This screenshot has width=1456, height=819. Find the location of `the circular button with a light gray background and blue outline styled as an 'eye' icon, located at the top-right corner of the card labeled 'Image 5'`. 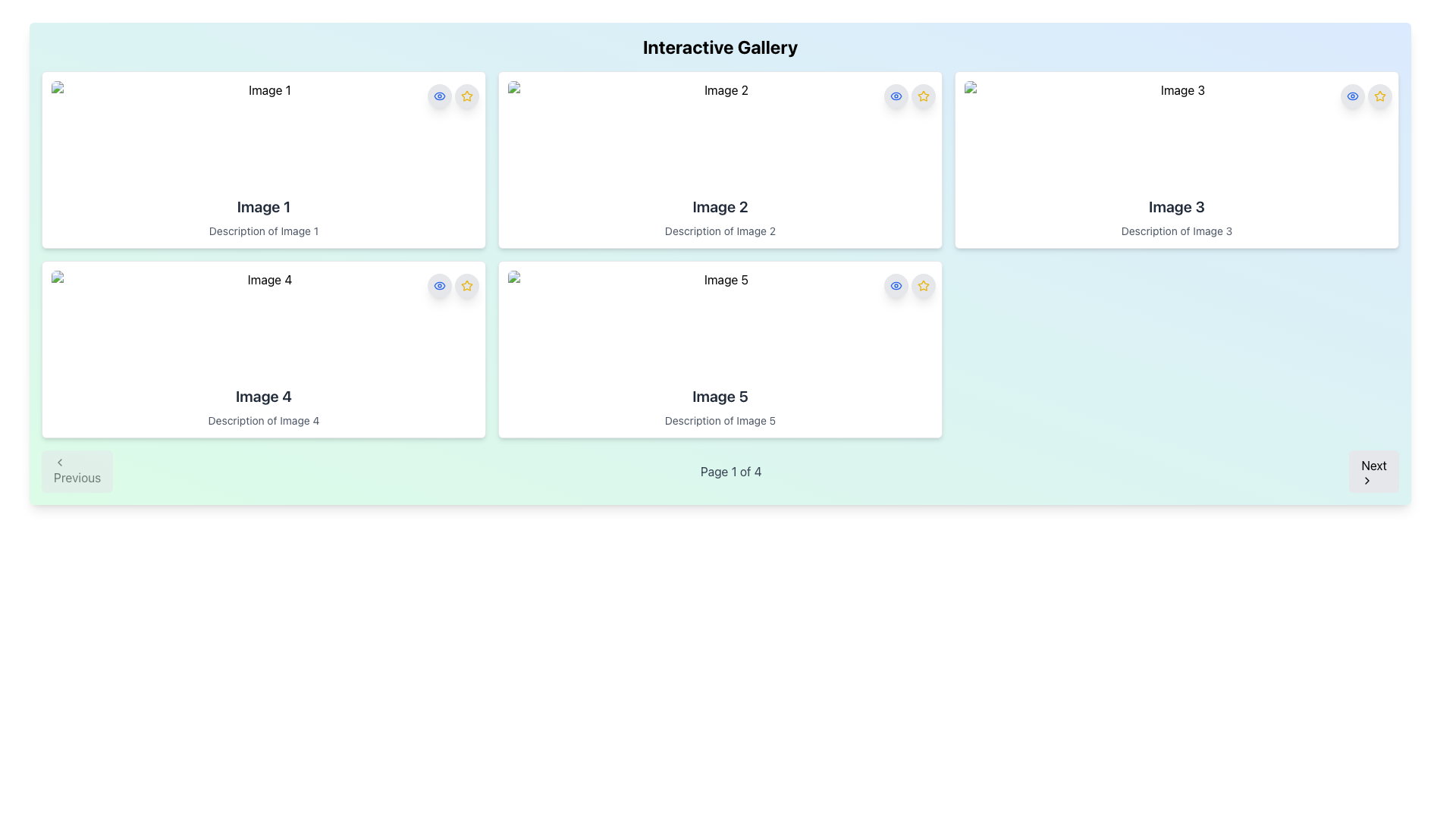

the circular button with a light gray background and blue outline styled as an 'eye' icon, located at the top-right corner of the card labeled 'Image 5' is located at coordinates (896, 286).